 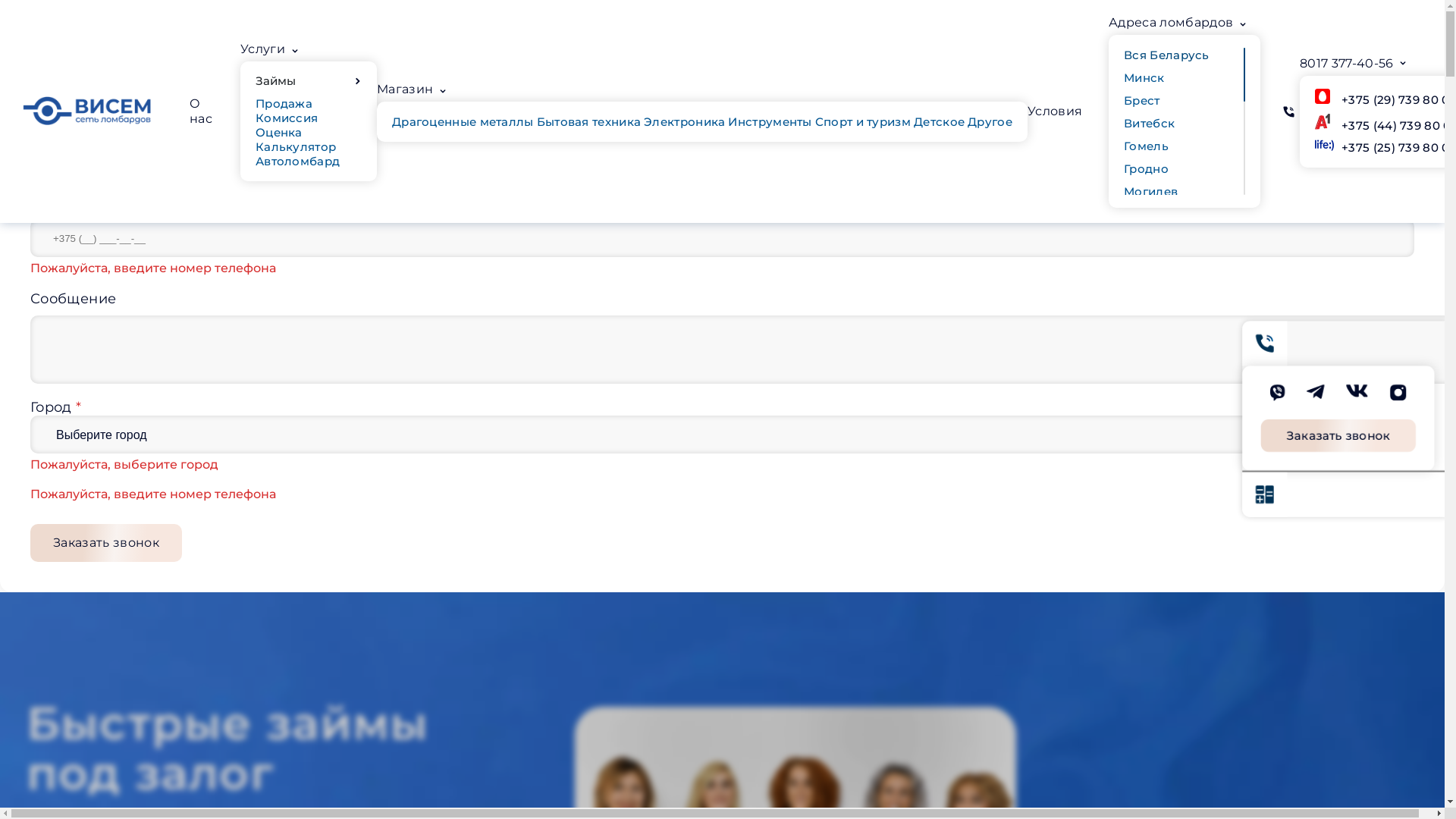 I want to click on '8017 377-40-56', so click(x=1346, y=63).